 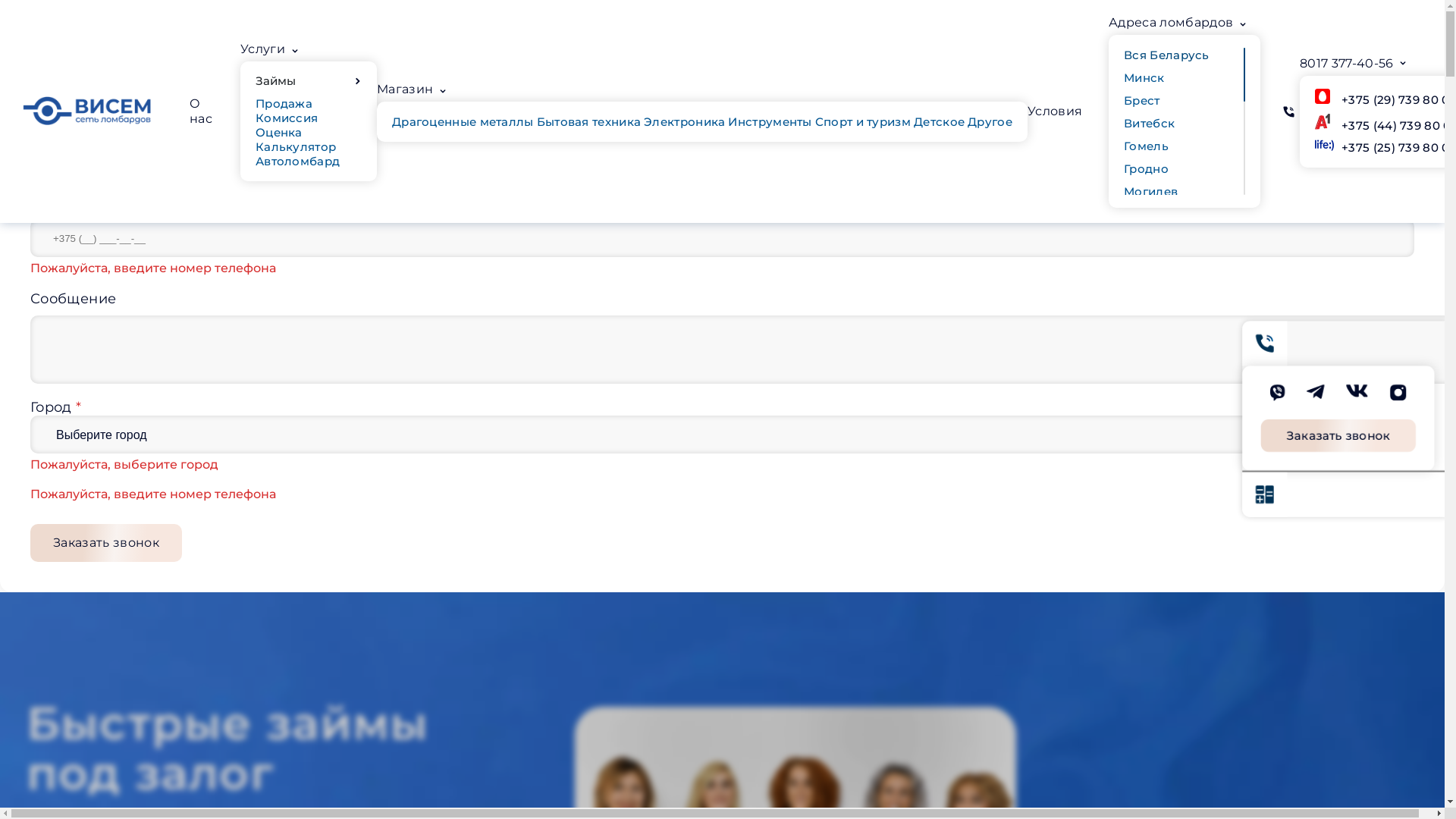 I want to click on '8017 377-40-56', so click(x=1346, y=63).